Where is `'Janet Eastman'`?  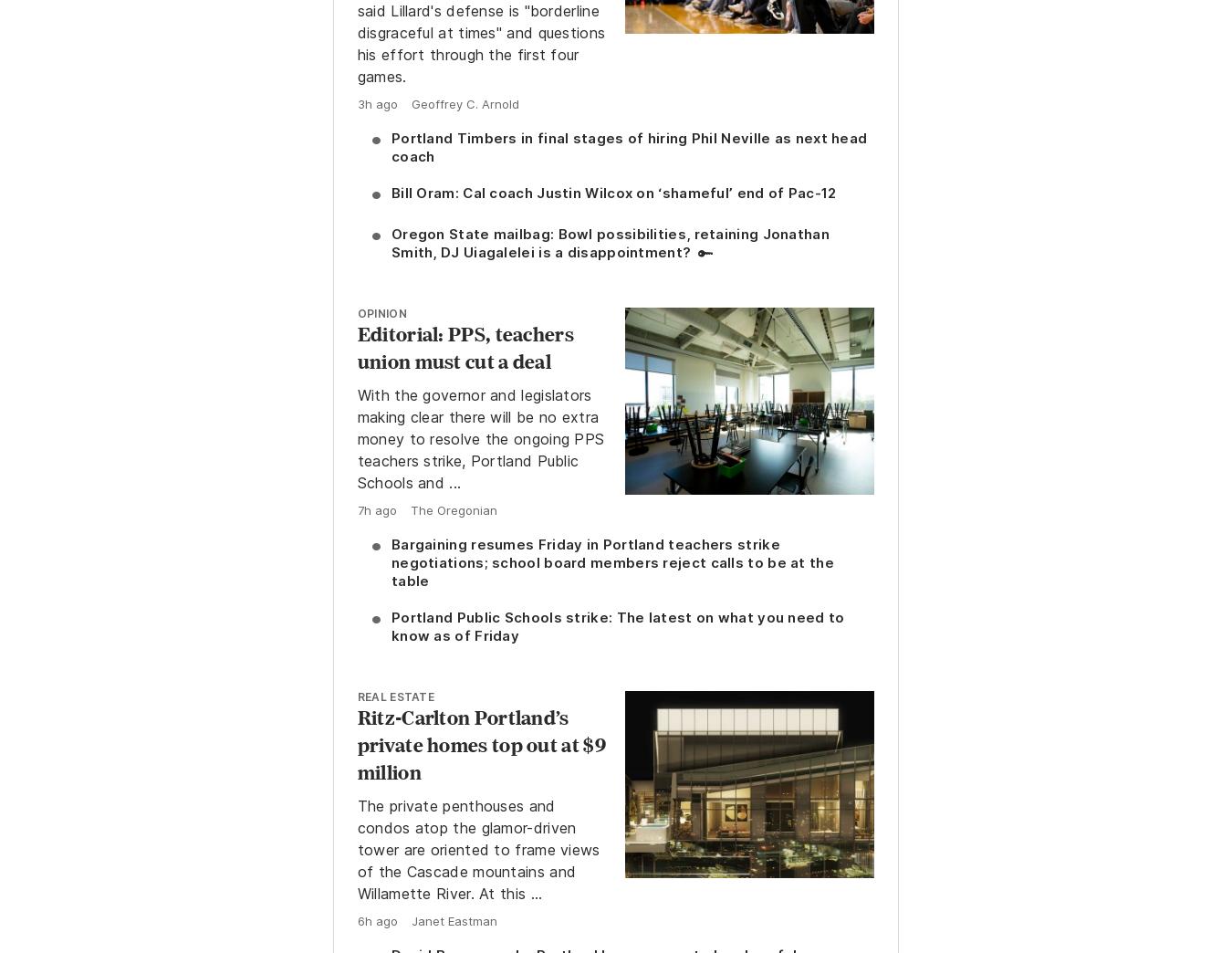
'Janet Eastman' is located at coordinates (452, 919).